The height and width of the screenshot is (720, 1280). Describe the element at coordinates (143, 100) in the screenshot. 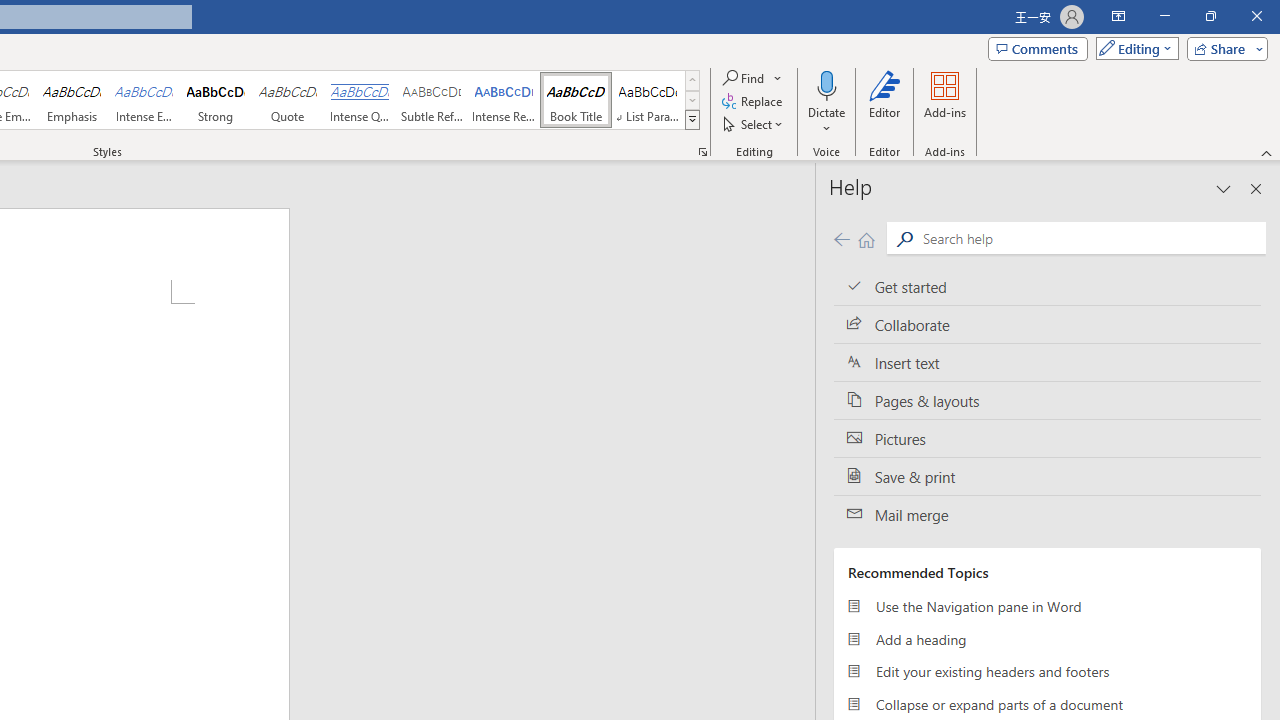

I see `'Intense Emphasis'` at that location.